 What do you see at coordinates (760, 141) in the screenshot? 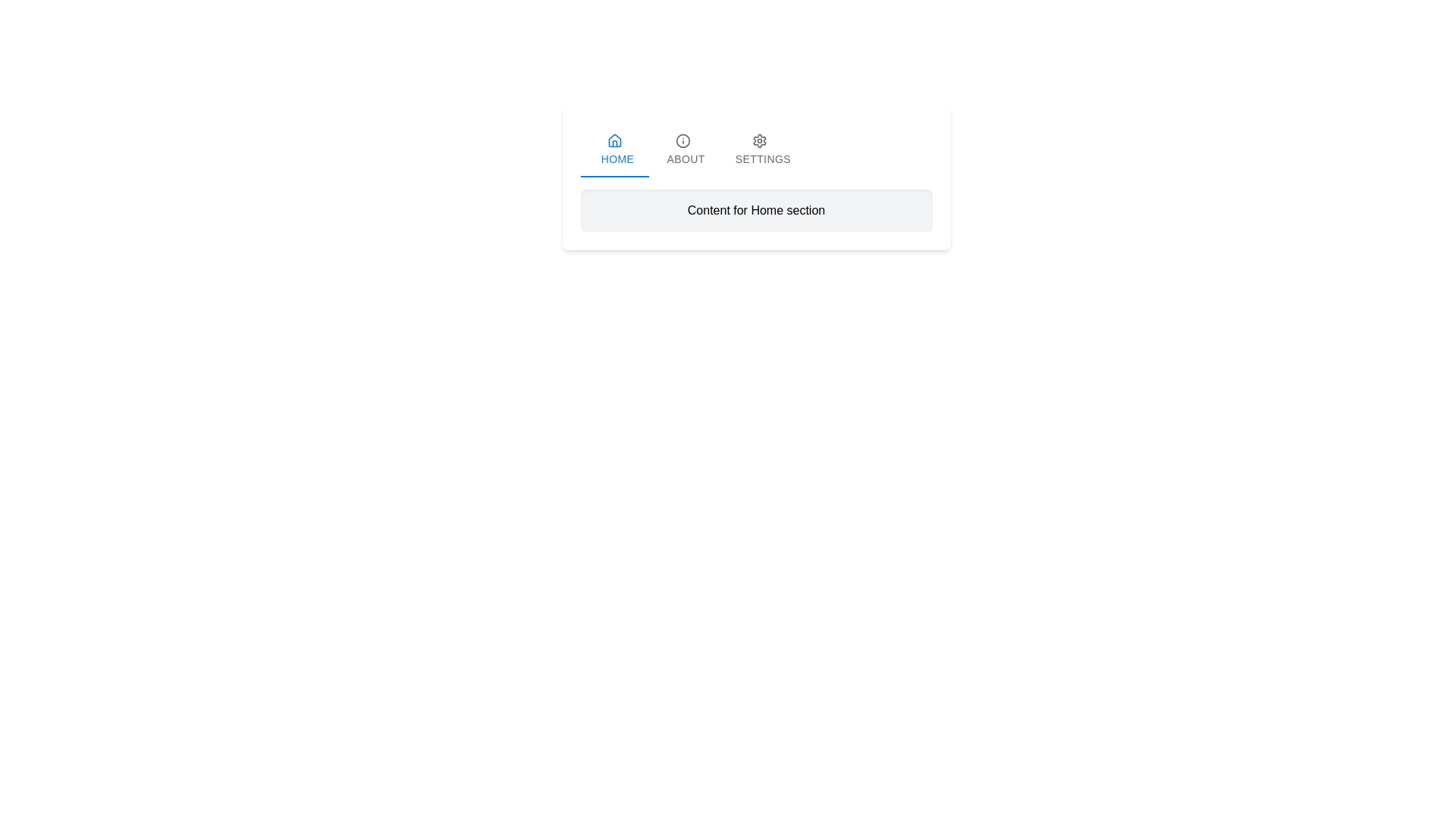
I see `the settings icon located in the navigation bar above the 'Settings' text` at bounding box center [760, 141].